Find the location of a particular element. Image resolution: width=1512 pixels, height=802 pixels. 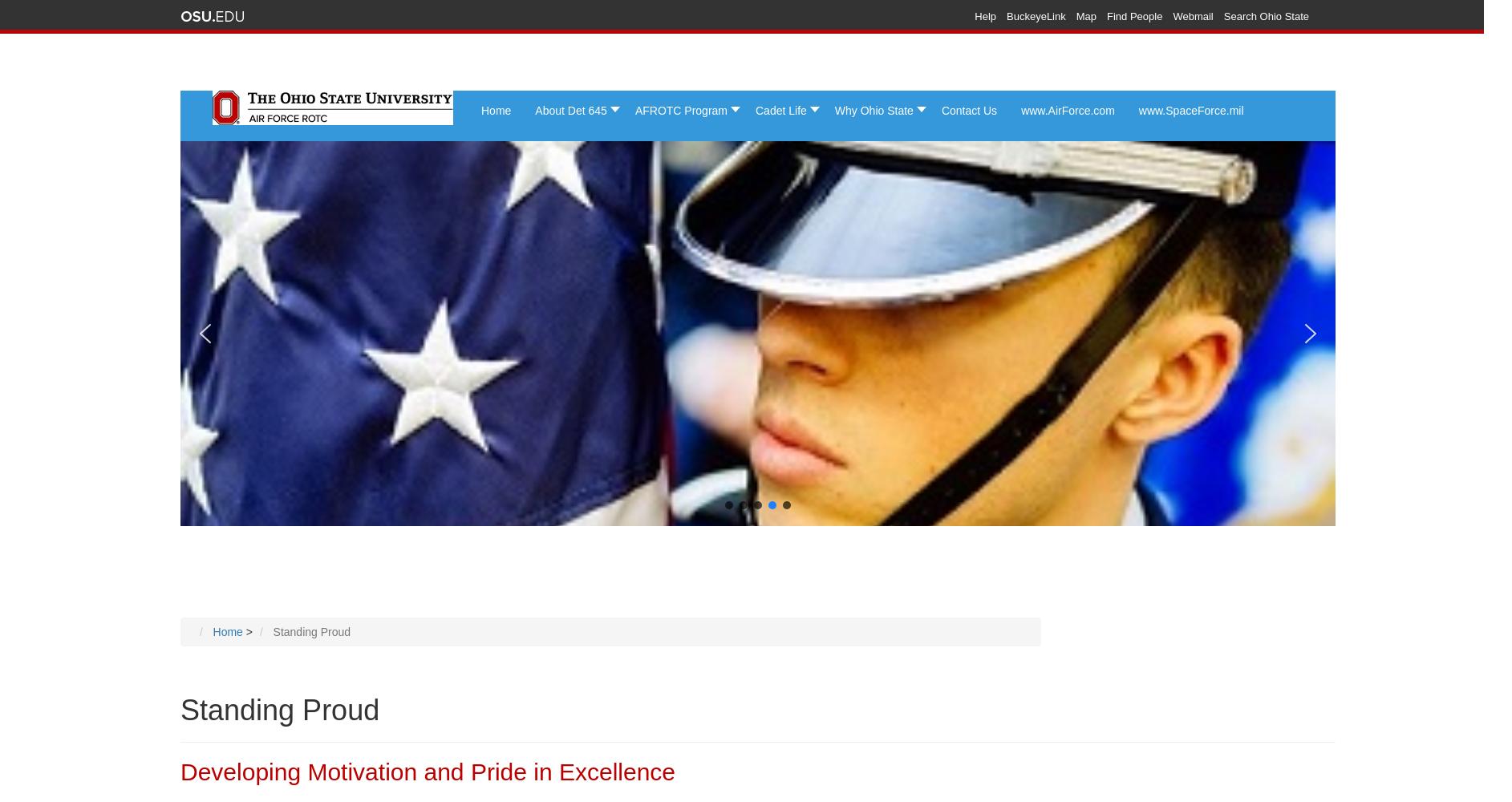

'AFROTC Program' is located at coordinates (680, 111).